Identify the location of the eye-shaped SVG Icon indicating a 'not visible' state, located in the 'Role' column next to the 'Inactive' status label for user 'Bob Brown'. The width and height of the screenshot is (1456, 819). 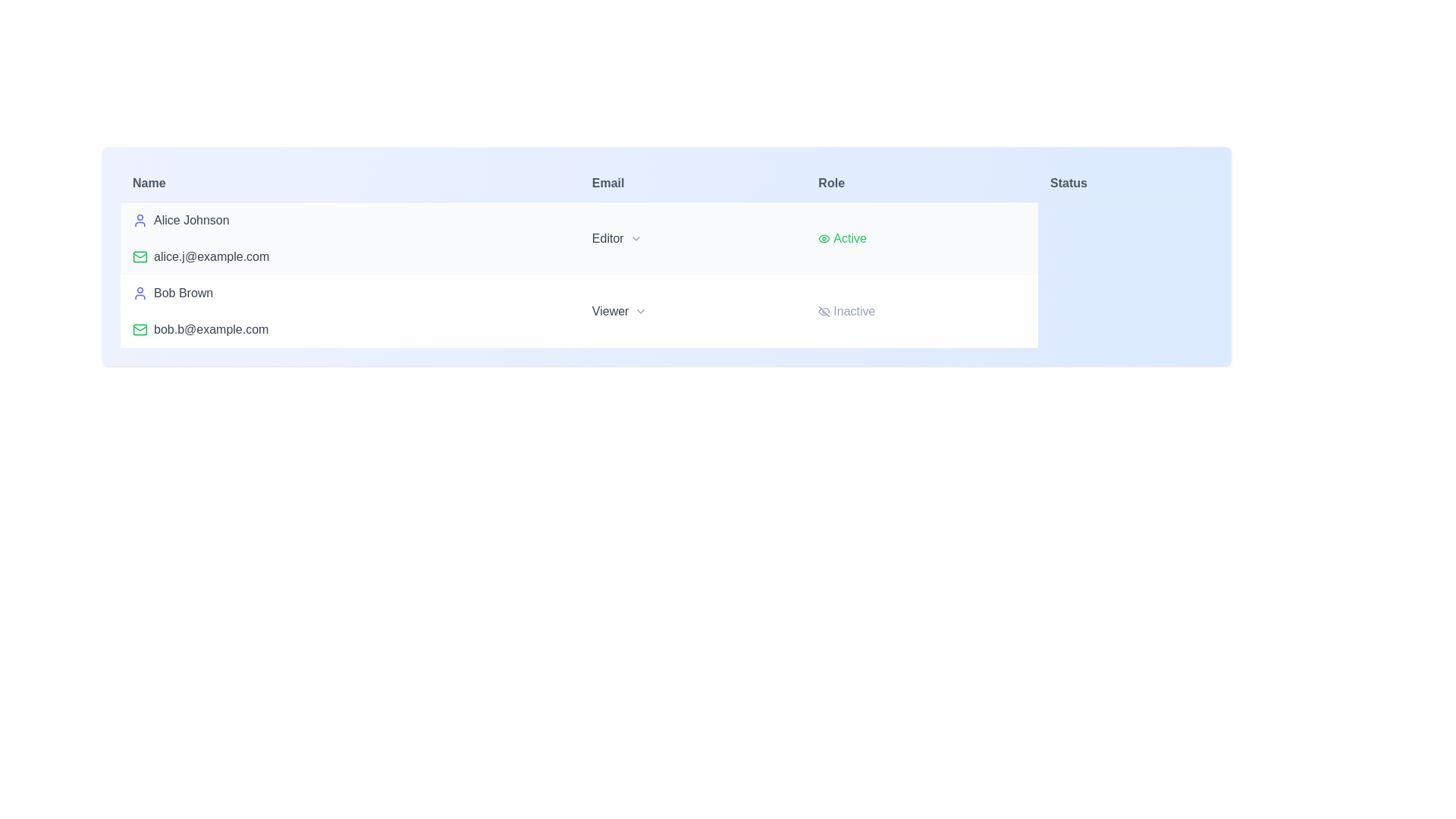
(824, 311).